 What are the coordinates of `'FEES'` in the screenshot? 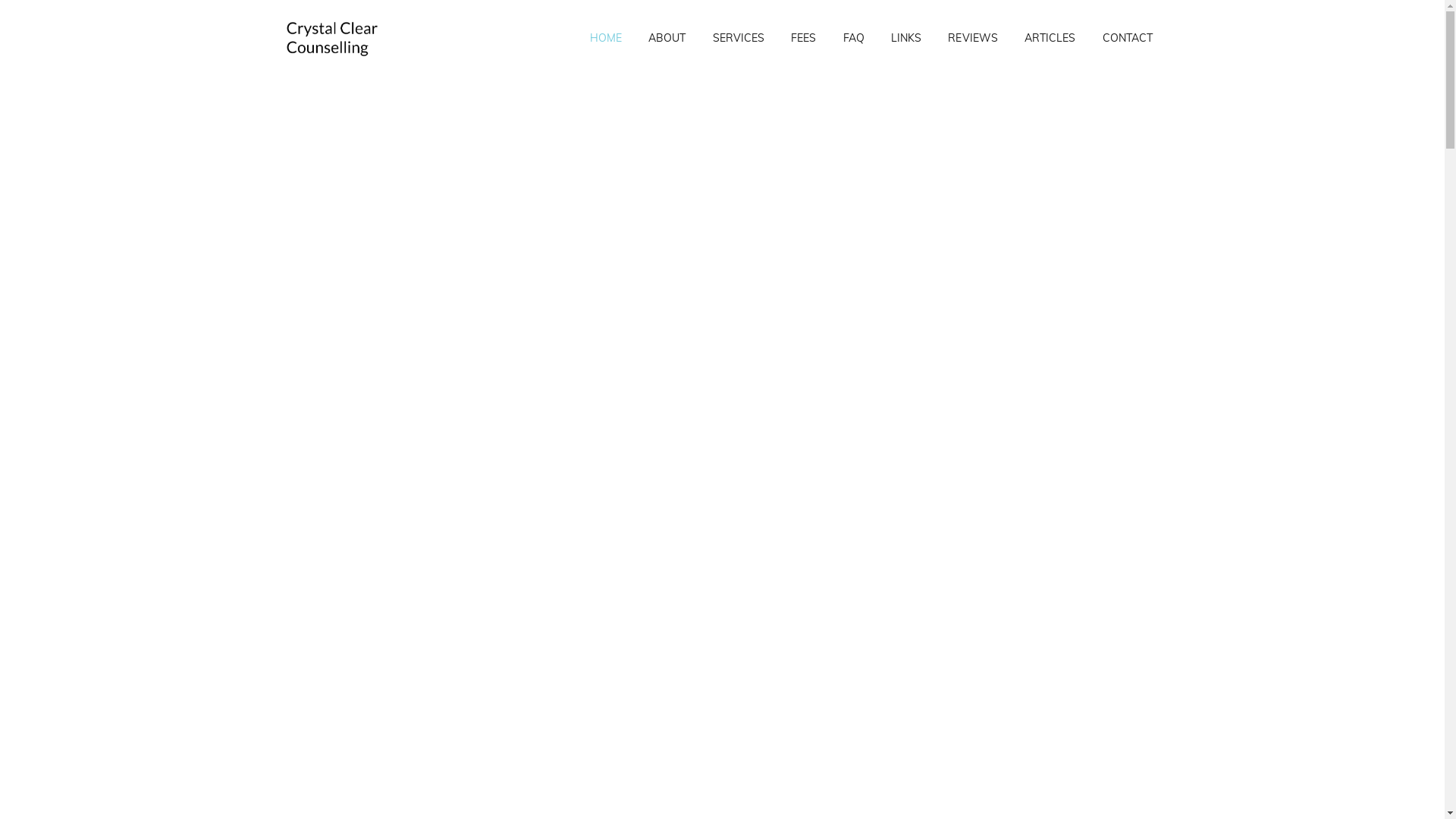 It's located at (803, 37).